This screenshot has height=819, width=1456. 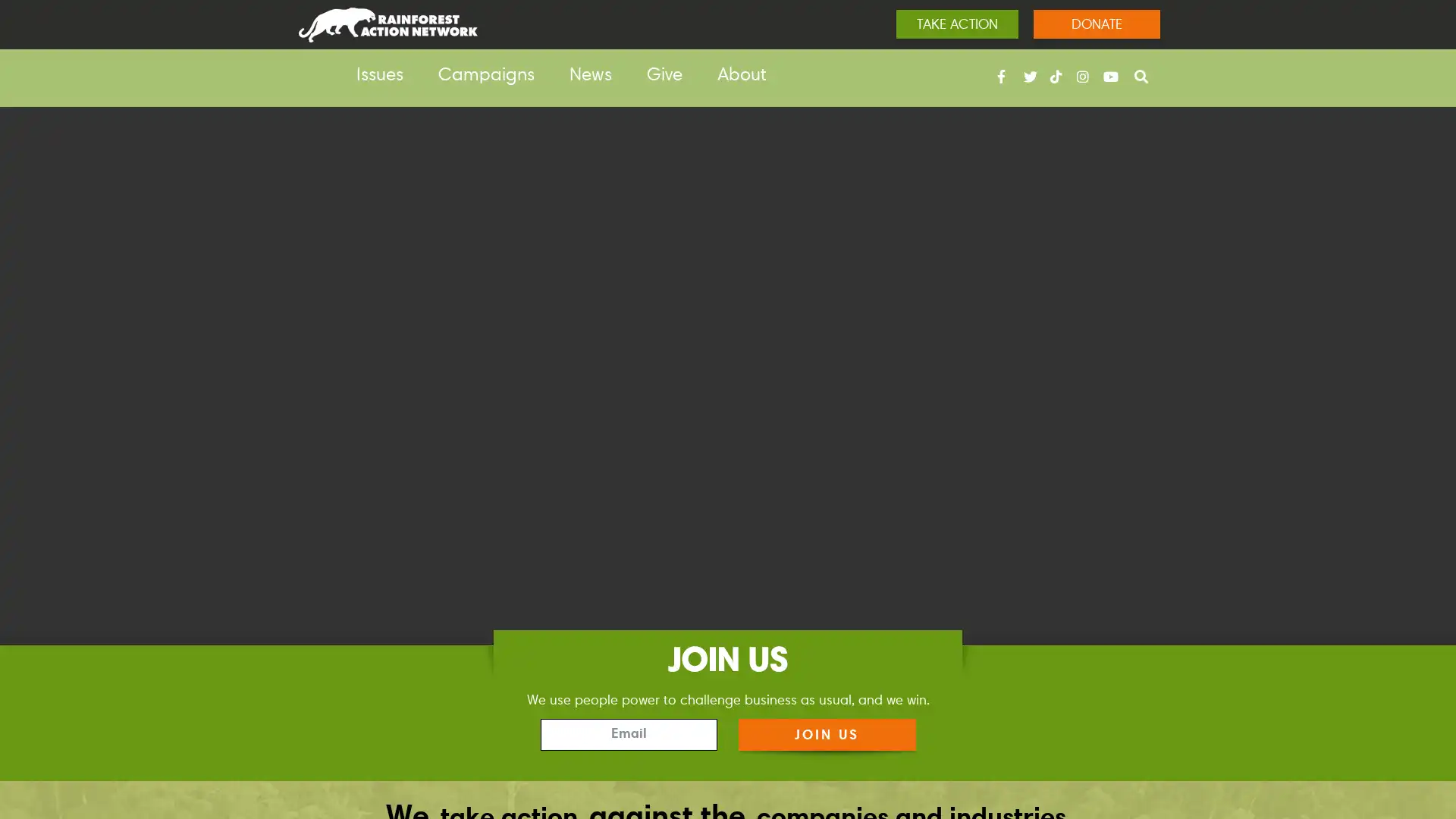 What do you see at coordinates (36, 739) in the screenshot?
I see `play` at bounding box center [36, 739].